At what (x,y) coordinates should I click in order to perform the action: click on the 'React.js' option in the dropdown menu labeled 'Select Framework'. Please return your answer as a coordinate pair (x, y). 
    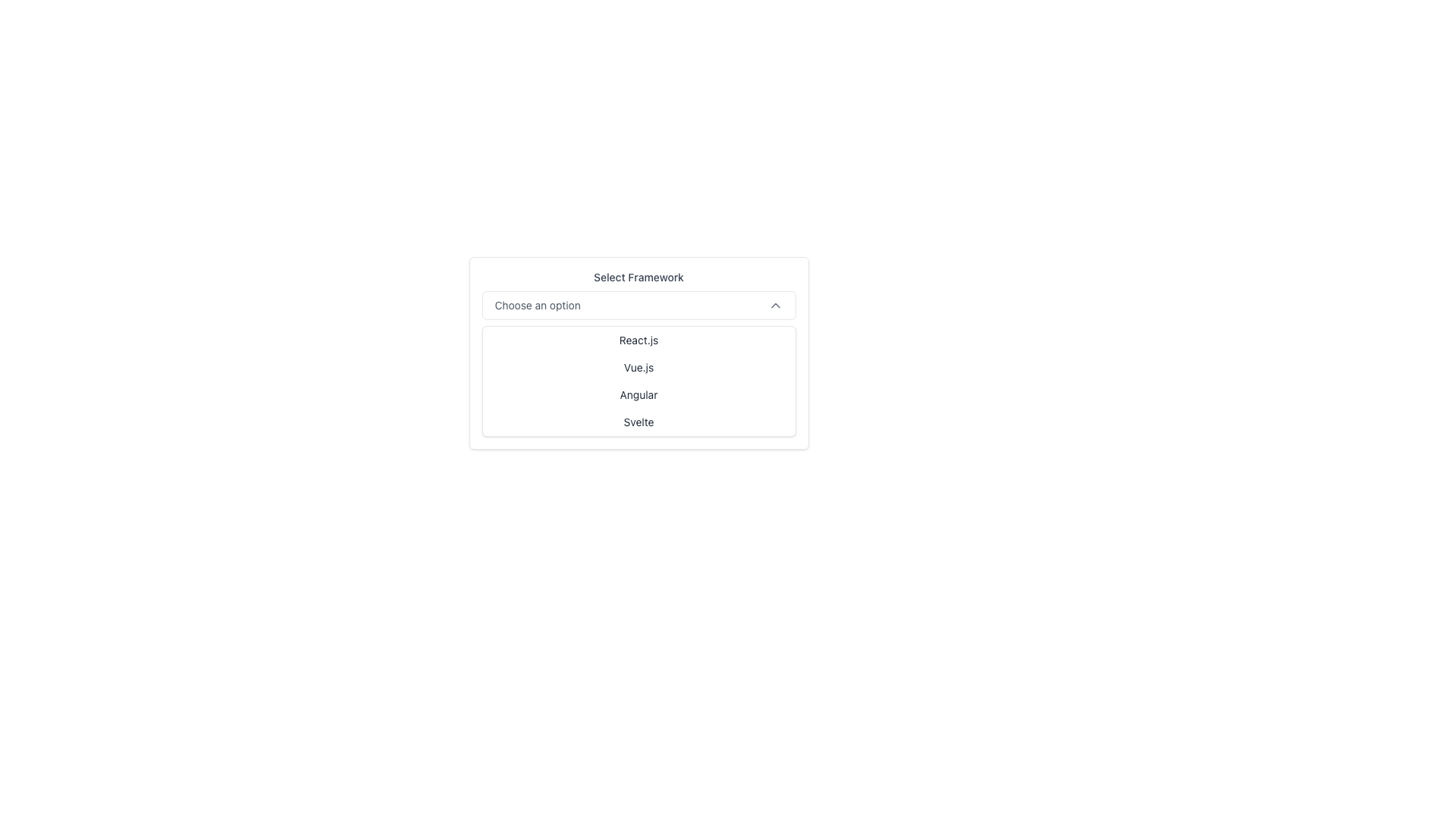
    Looking at the image, I should click on (639, 339).